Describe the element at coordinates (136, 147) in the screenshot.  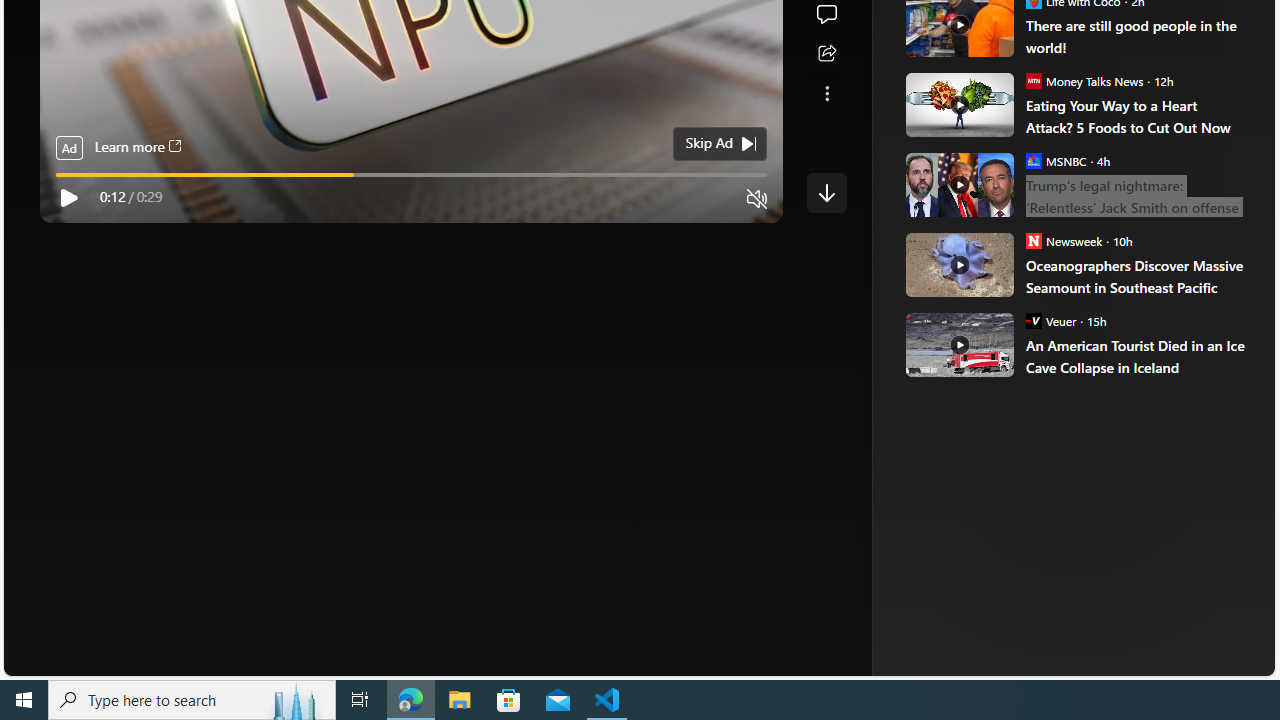
I see `'Learn more'` at that location.